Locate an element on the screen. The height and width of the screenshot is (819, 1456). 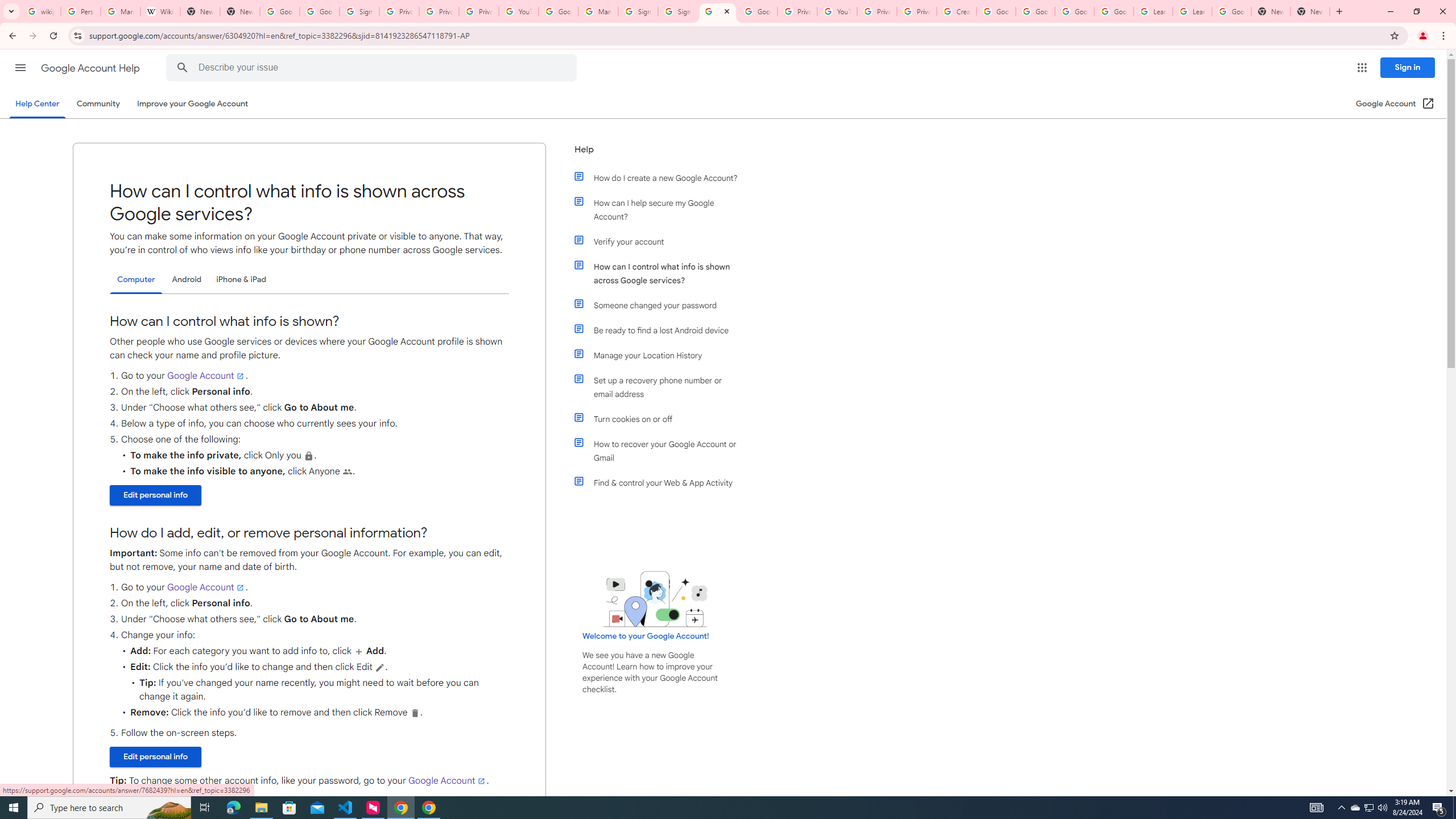
'YouTube' is located at coordinates (837, 11).